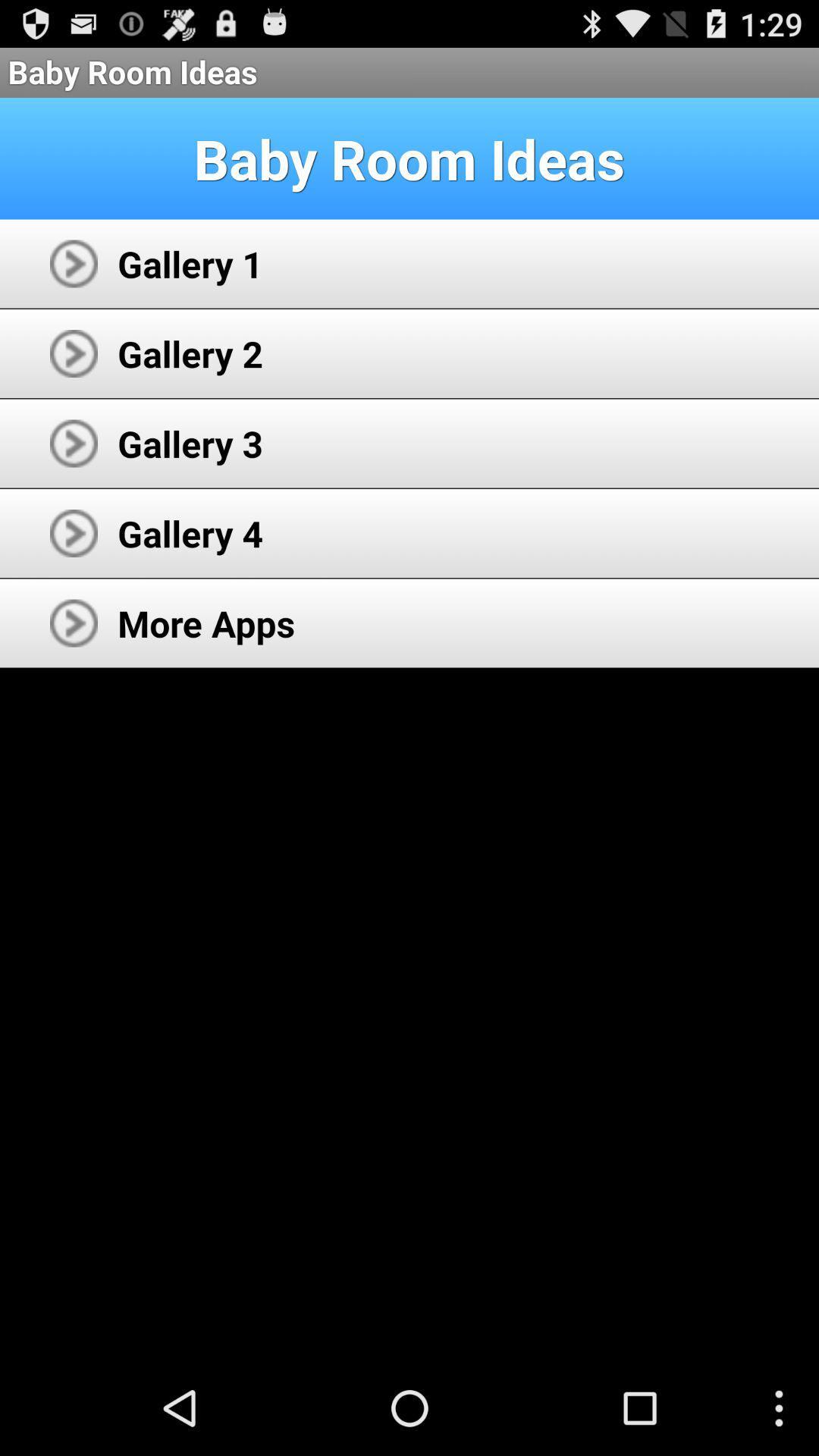 The image size is (819, 1456). What do you see at coordinates (190, 533) in the screenshot?
I see `the gallery 4 app` at bounding box center [190, 533].